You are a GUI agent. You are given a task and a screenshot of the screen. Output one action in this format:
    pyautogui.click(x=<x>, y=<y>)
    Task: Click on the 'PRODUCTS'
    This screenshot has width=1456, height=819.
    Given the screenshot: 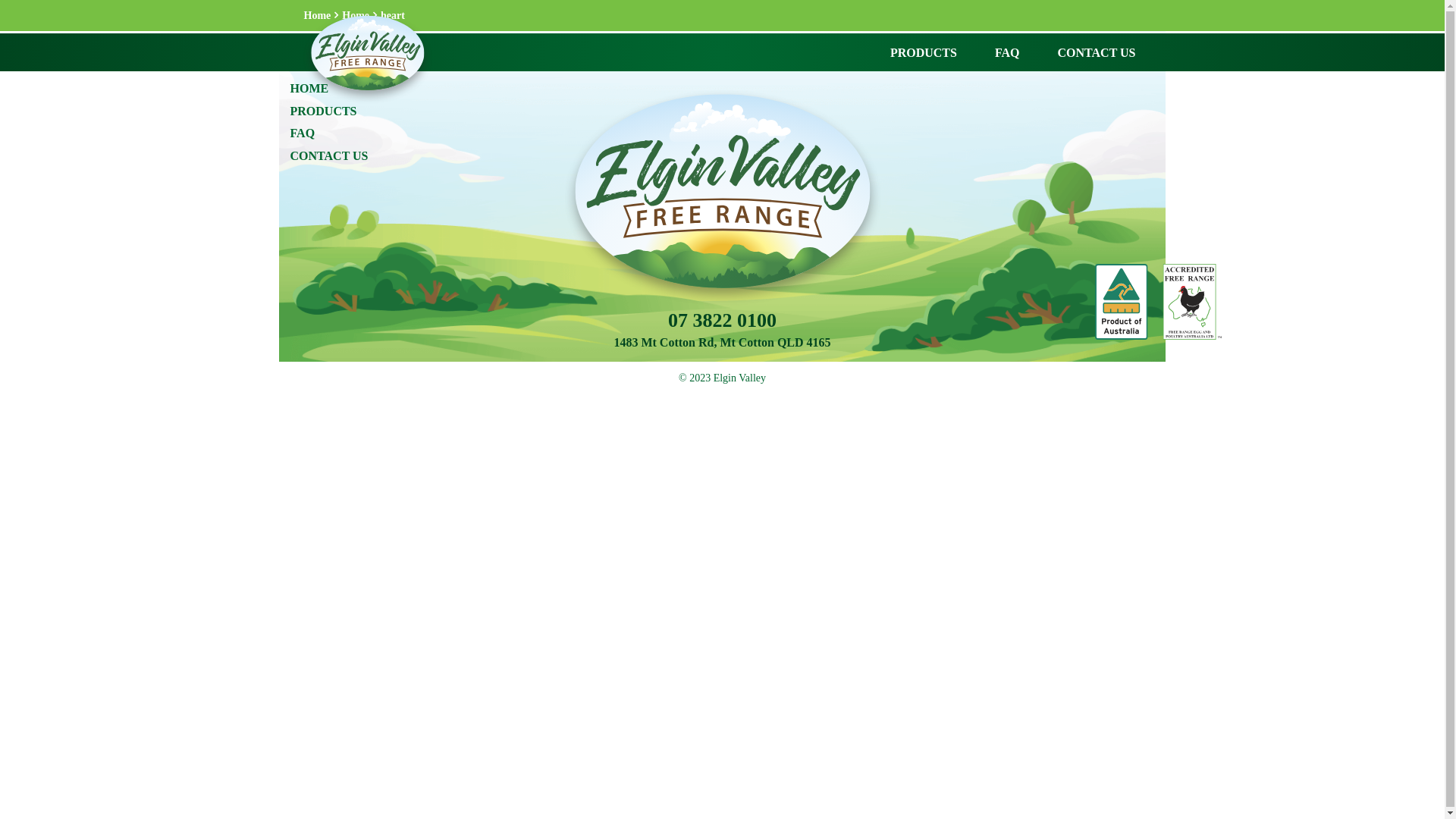 What is the action you would take?
    pyautogui.click(x=290, y=110)
    